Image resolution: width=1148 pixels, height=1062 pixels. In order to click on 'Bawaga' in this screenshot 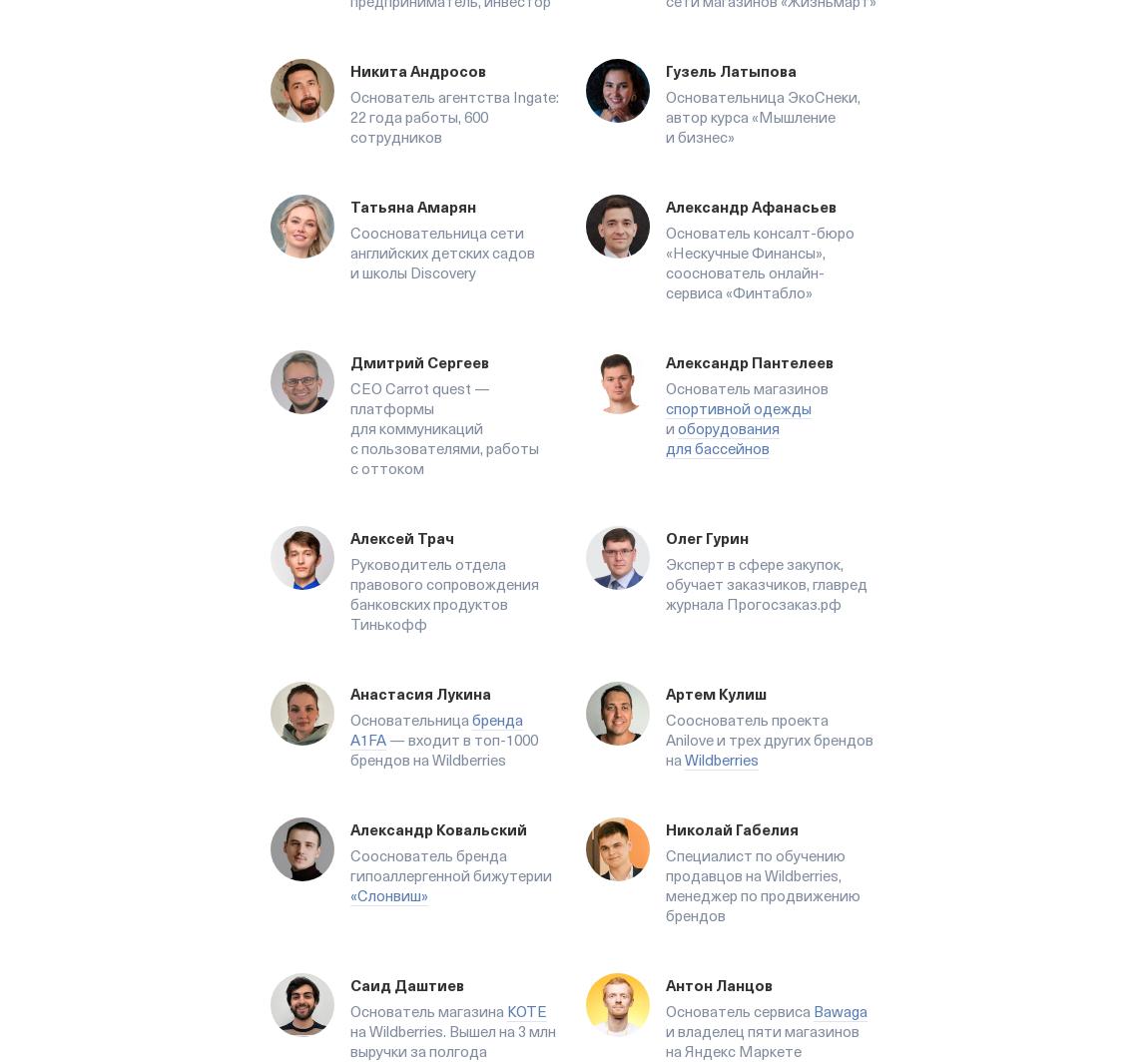, I will do `click(840, 1011)`.